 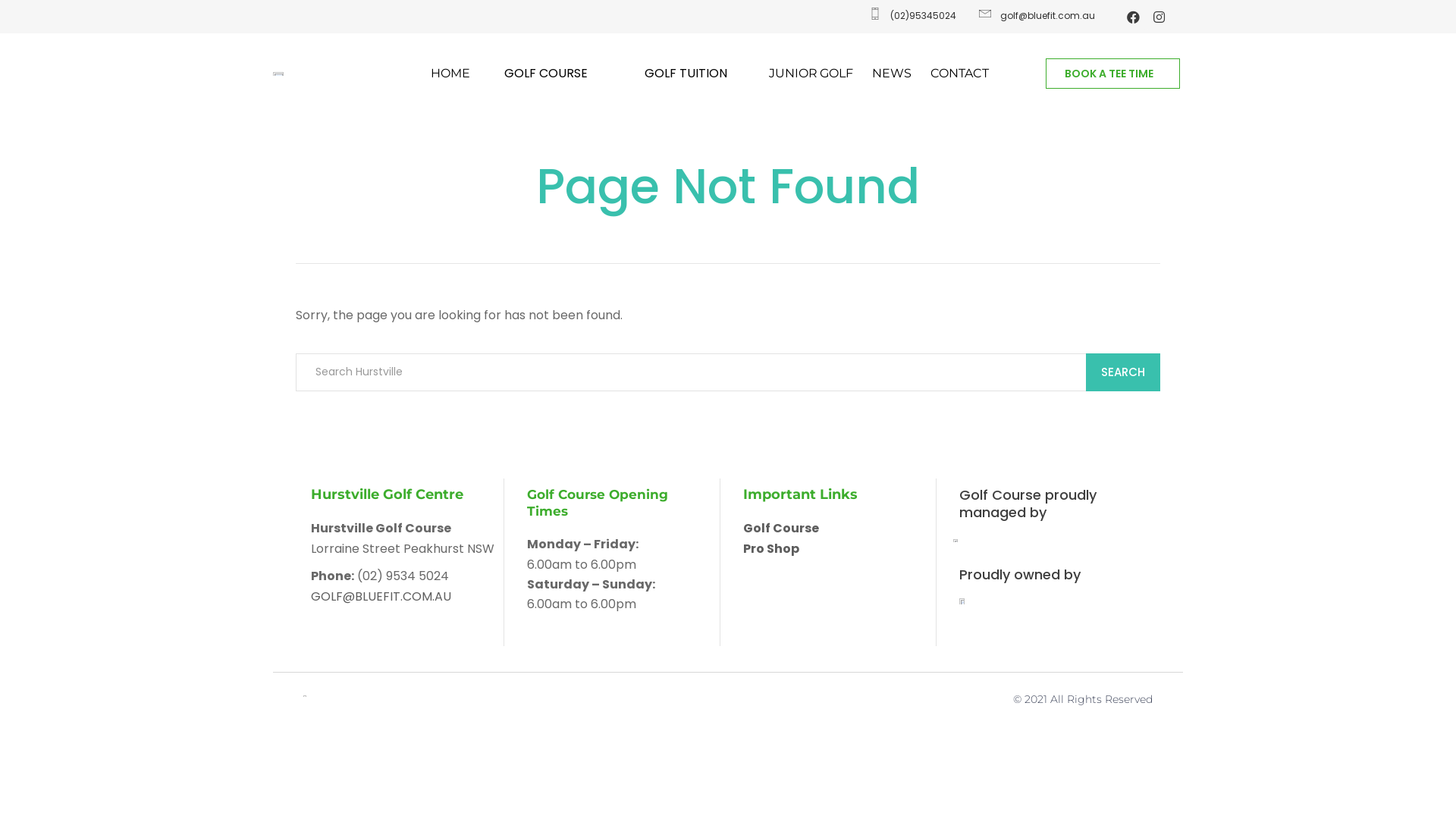 What do you see at coordinates (771, 548) in the screenshot?
I see `'Pro Shop'` at bounding box center [771, 548].